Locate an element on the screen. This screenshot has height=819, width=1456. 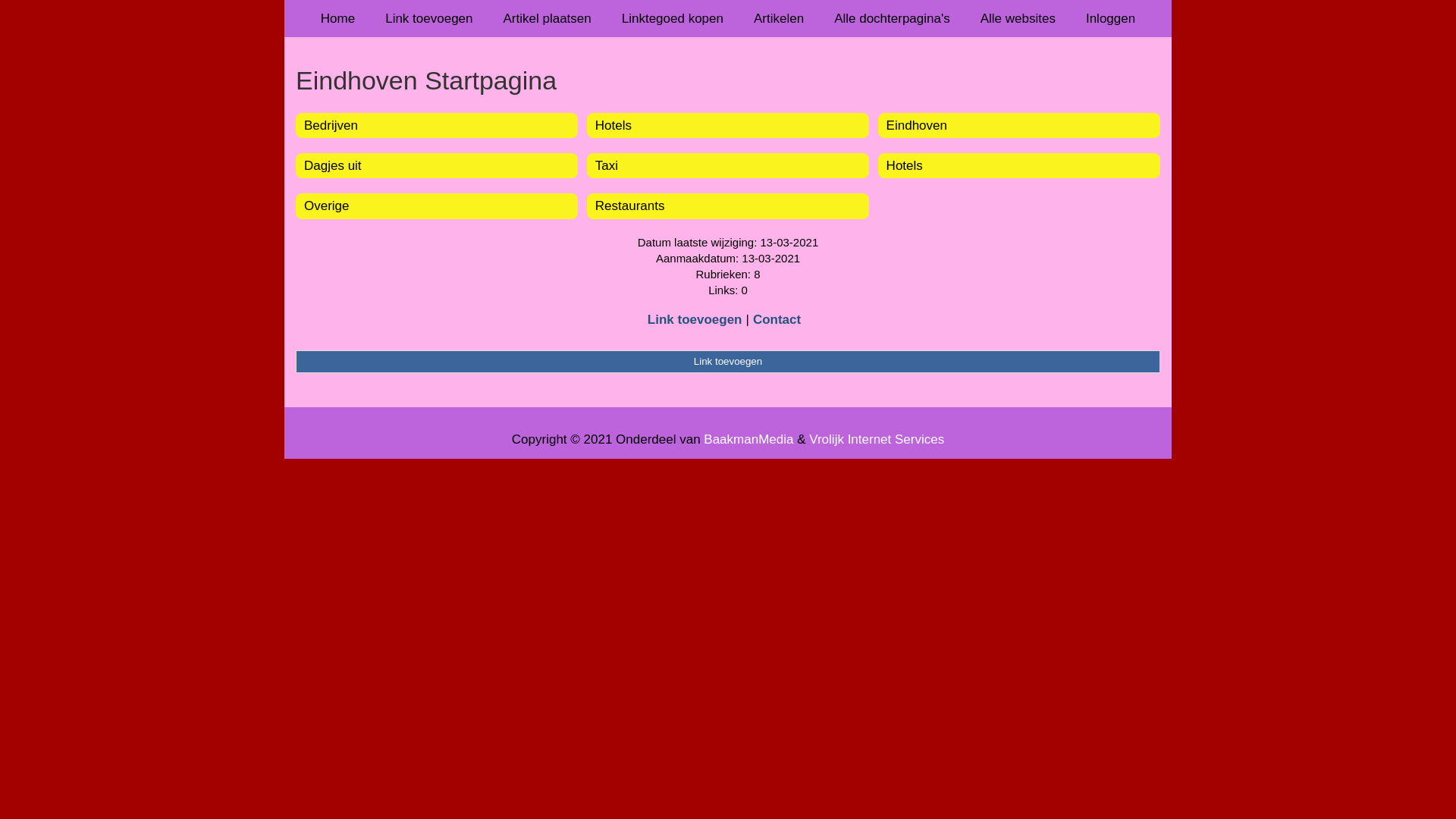
'Vrolijk Internet Services' is located at coordinates (877, 439).